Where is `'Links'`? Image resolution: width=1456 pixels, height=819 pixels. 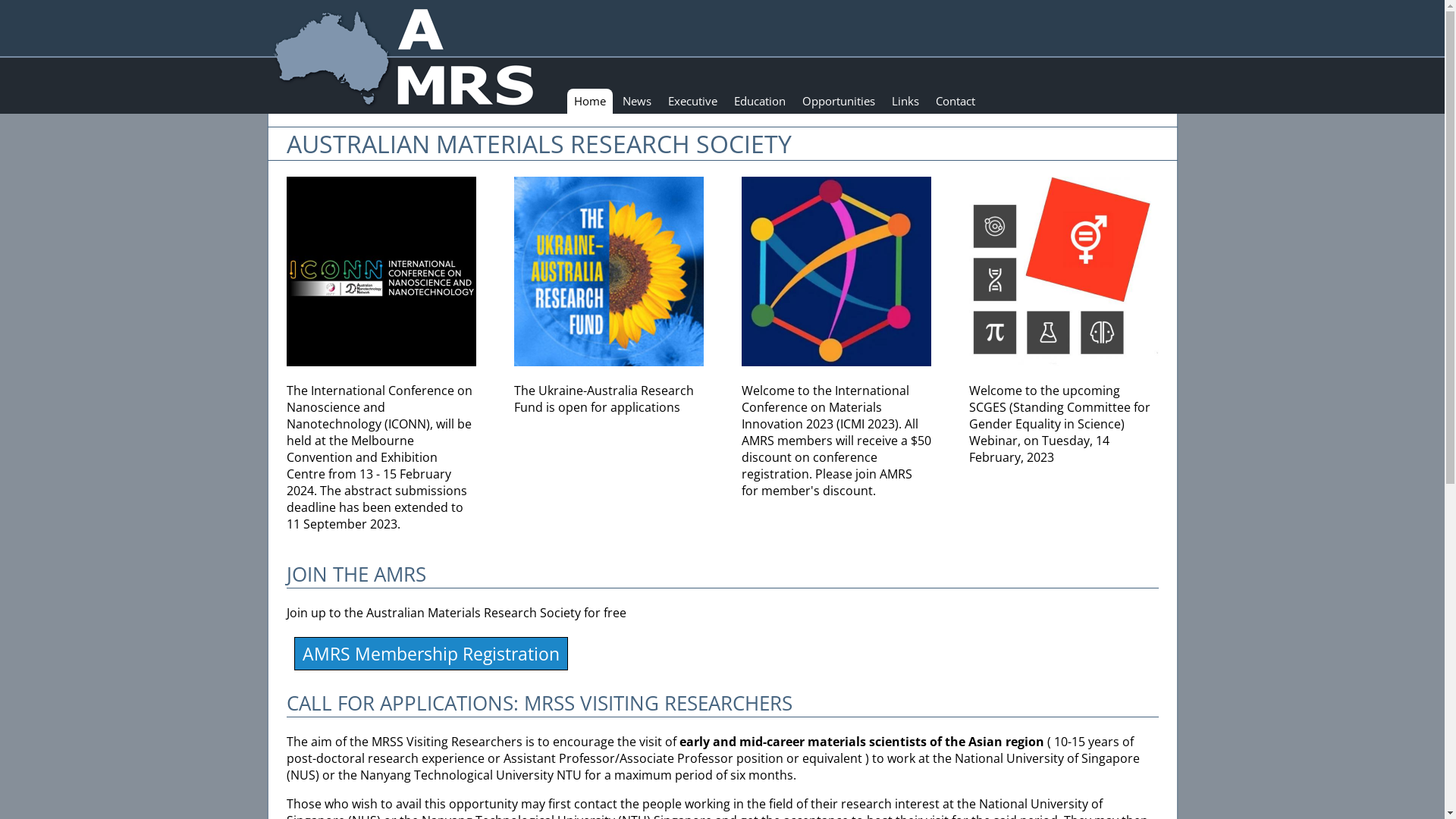
'Links' is located at coordinates (905, 101).